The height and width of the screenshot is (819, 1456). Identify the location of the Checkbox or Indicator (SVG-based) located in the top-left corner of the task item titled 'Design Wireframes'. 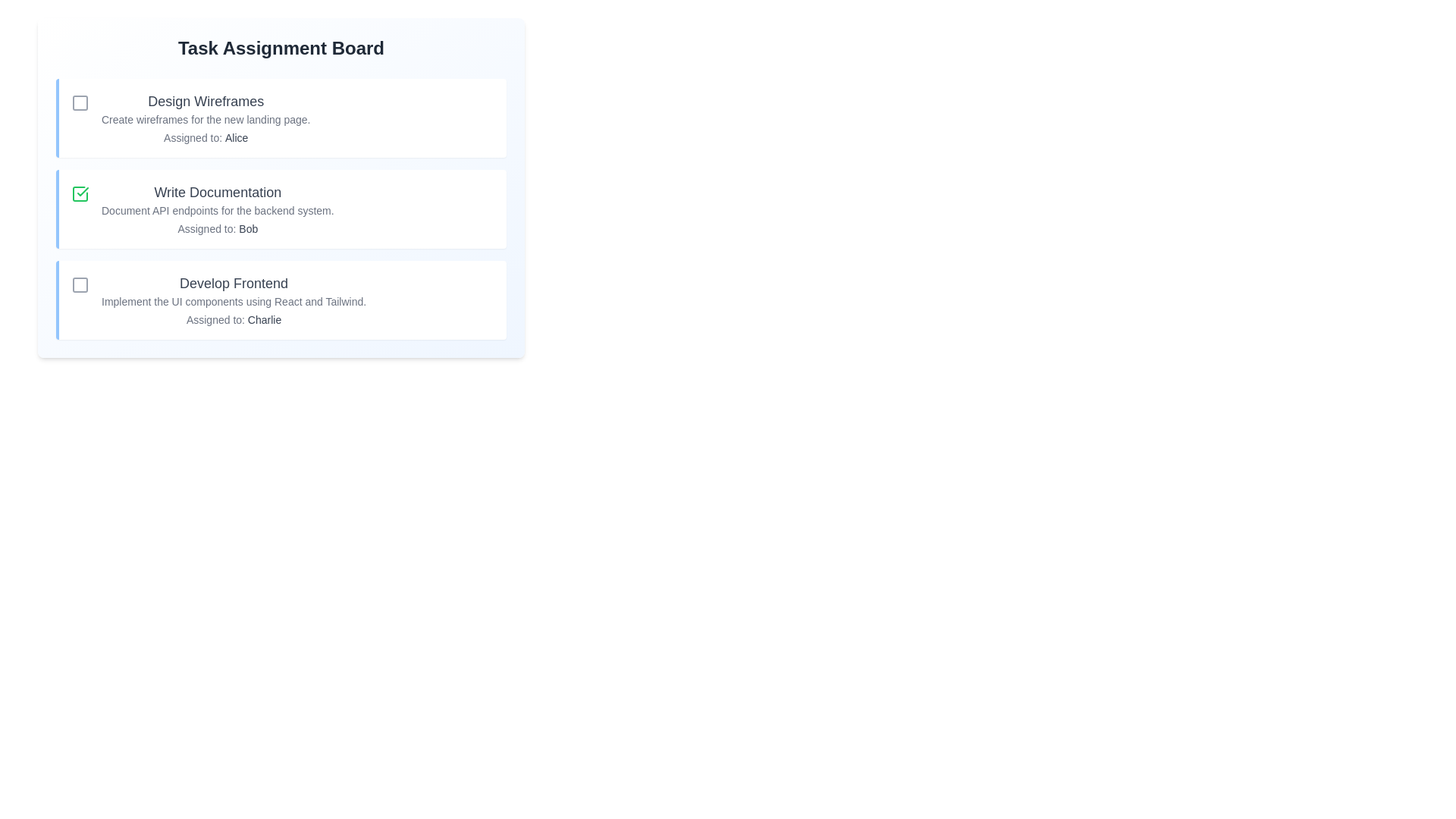
(79, 102).